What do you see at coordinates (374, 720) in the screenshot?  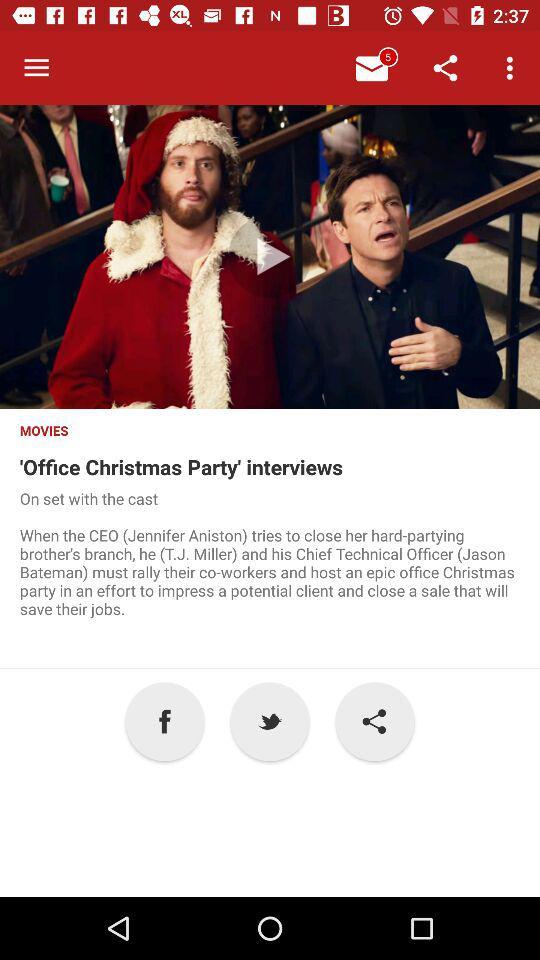 I see `the item next to the p` at bounding box center [374, 720].